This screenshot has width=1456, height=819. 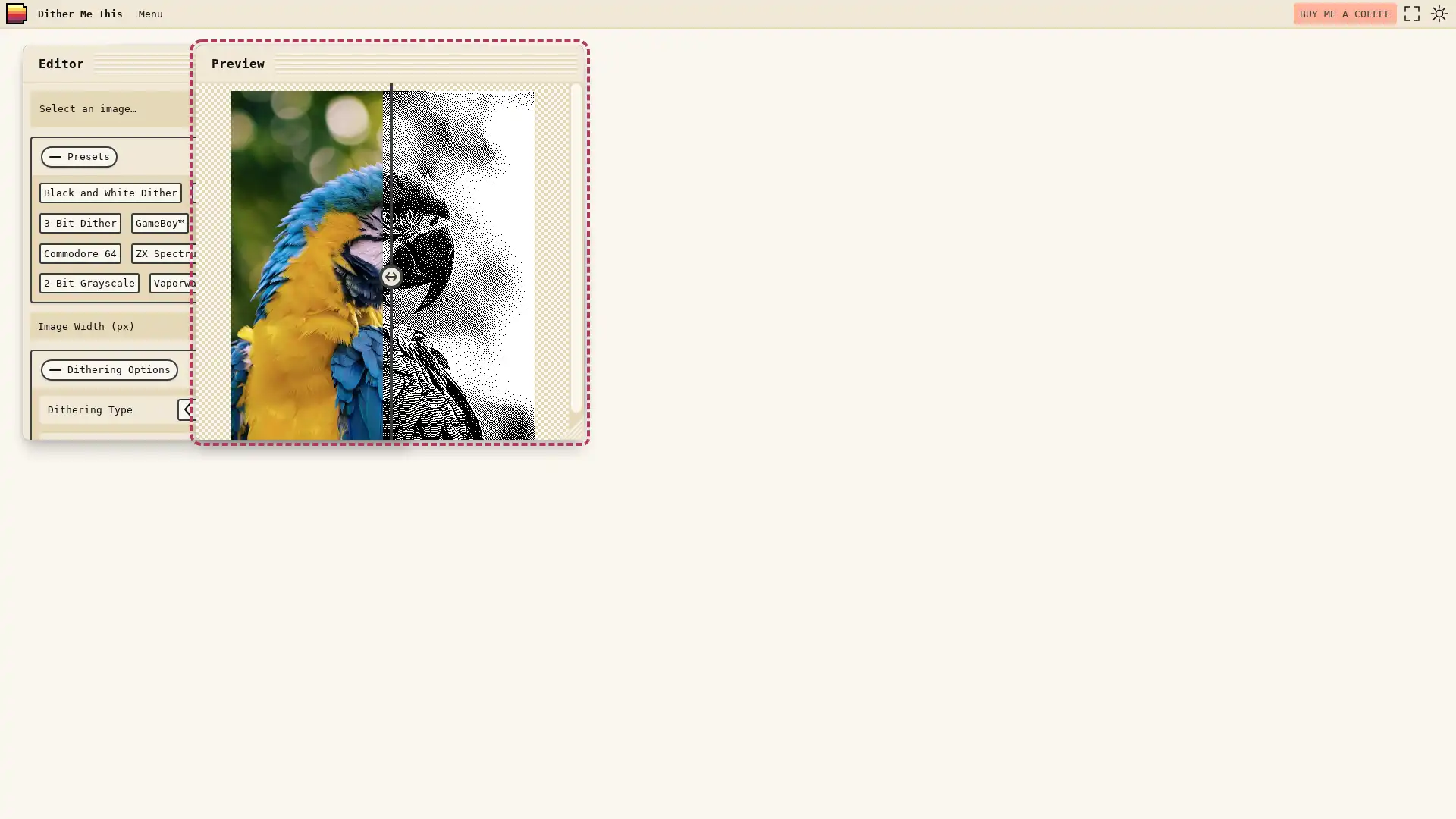 I want to click on select previous option, so click(x=224, y=446).